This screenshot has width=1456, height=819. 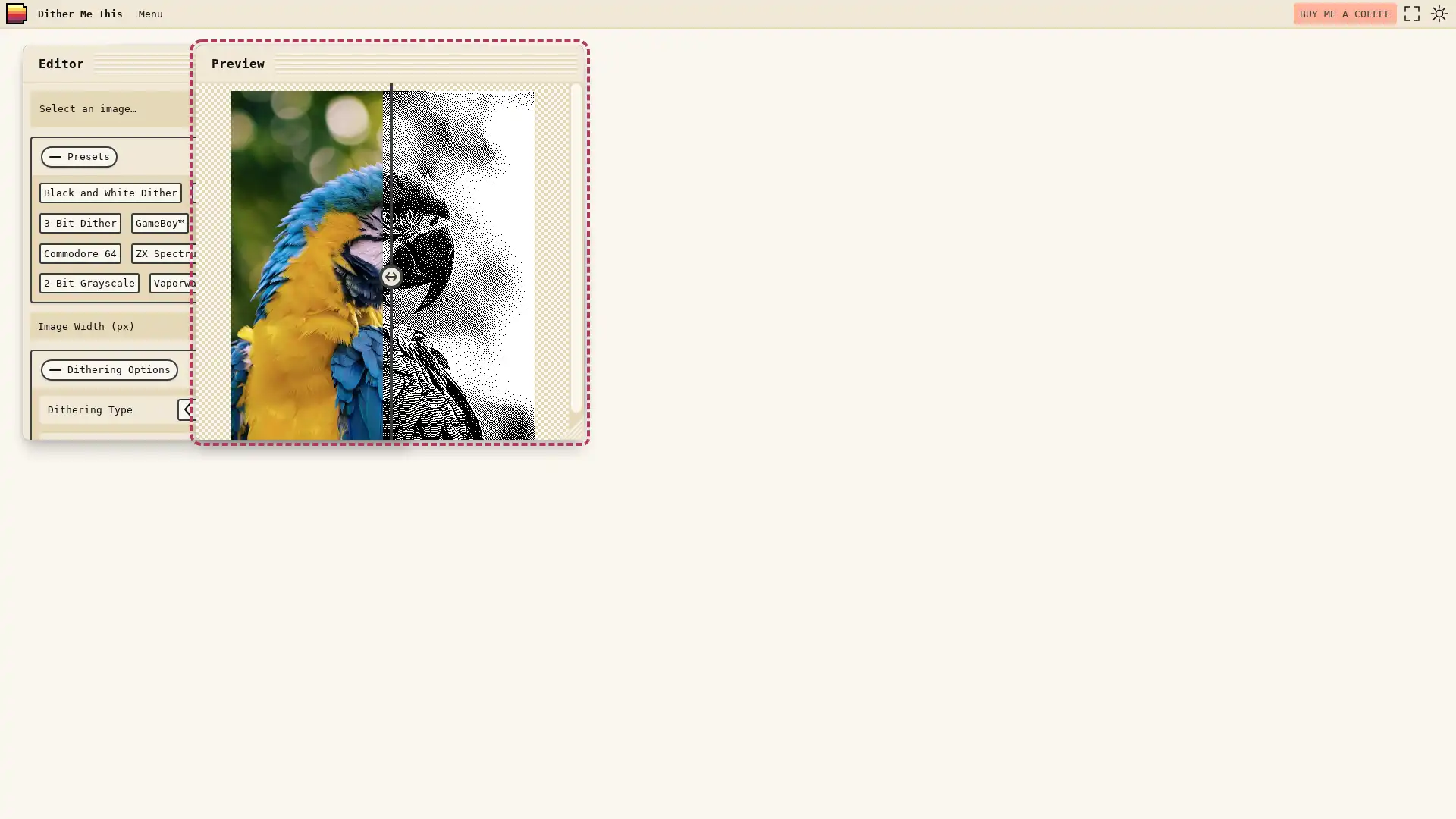 I want to click on select previous option, so click(x=224, y=446).